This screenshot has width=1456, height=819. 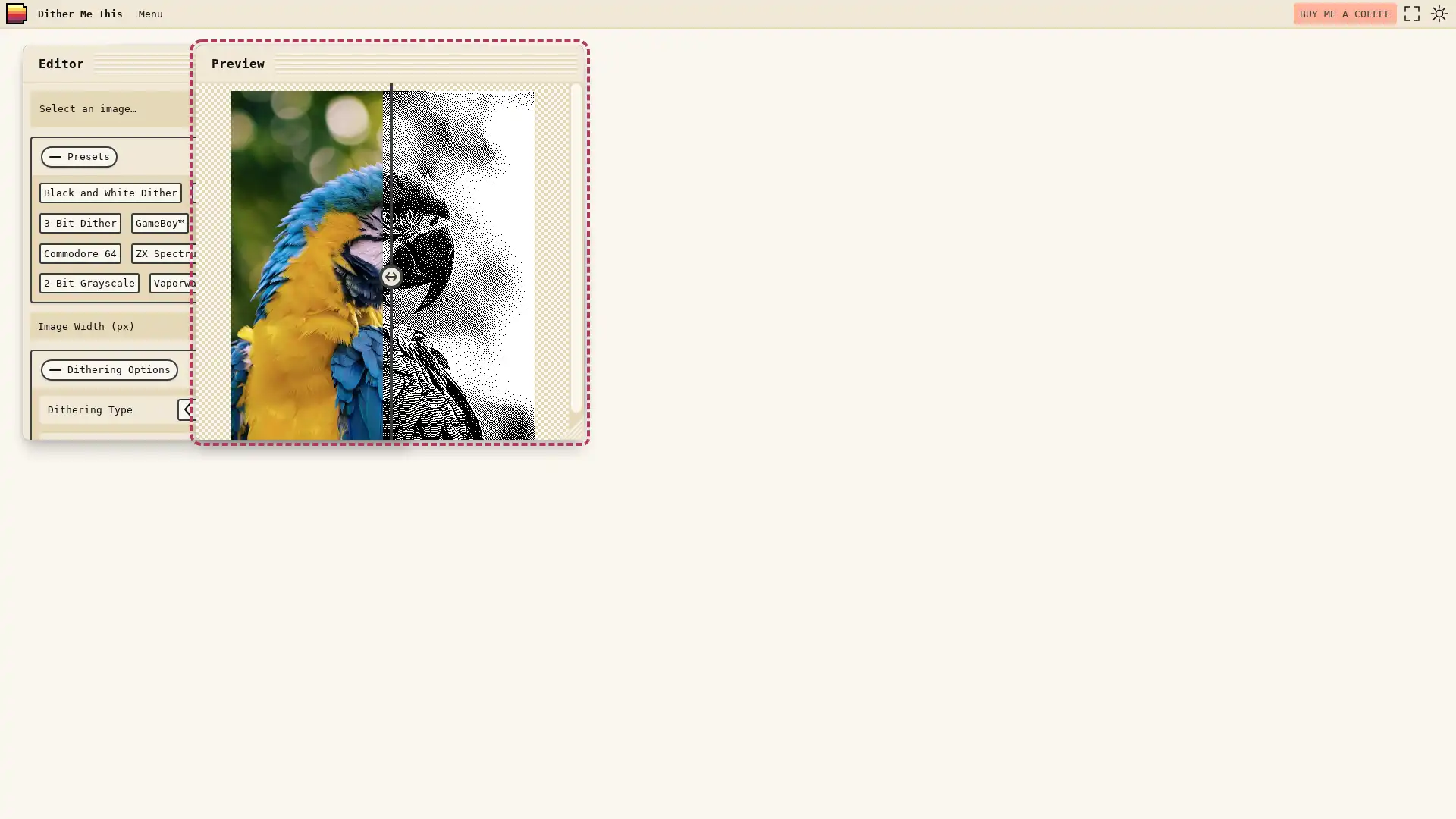 I want to click on select previous option, so click(x=224, y=446).